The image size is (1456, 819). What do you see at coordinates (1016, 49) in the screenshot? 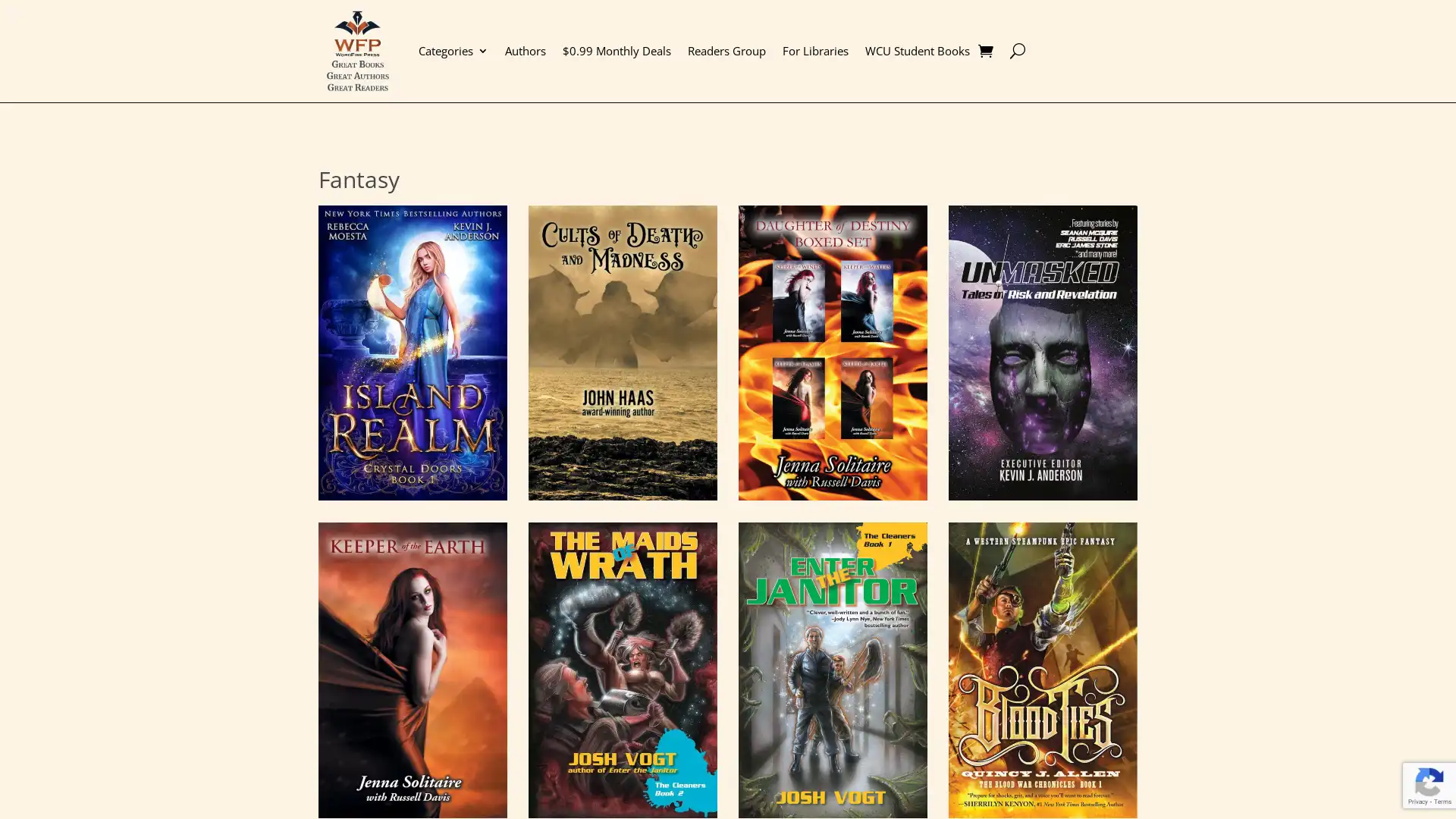
I see `U` at bounding box center [1016, 49].